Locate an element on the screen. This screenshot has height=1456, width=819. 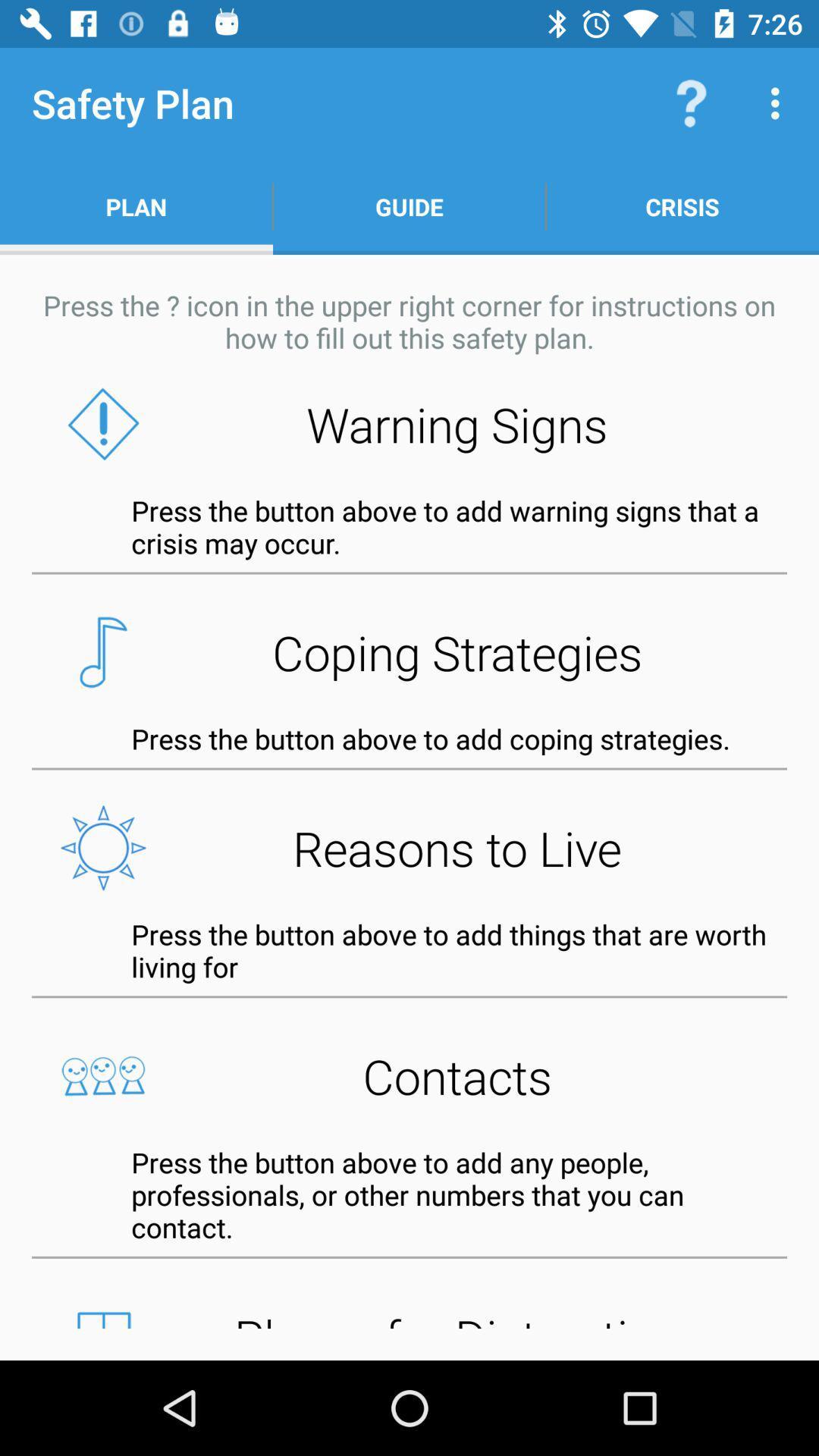
the reasons to live button is located at coordinates (409, 847).